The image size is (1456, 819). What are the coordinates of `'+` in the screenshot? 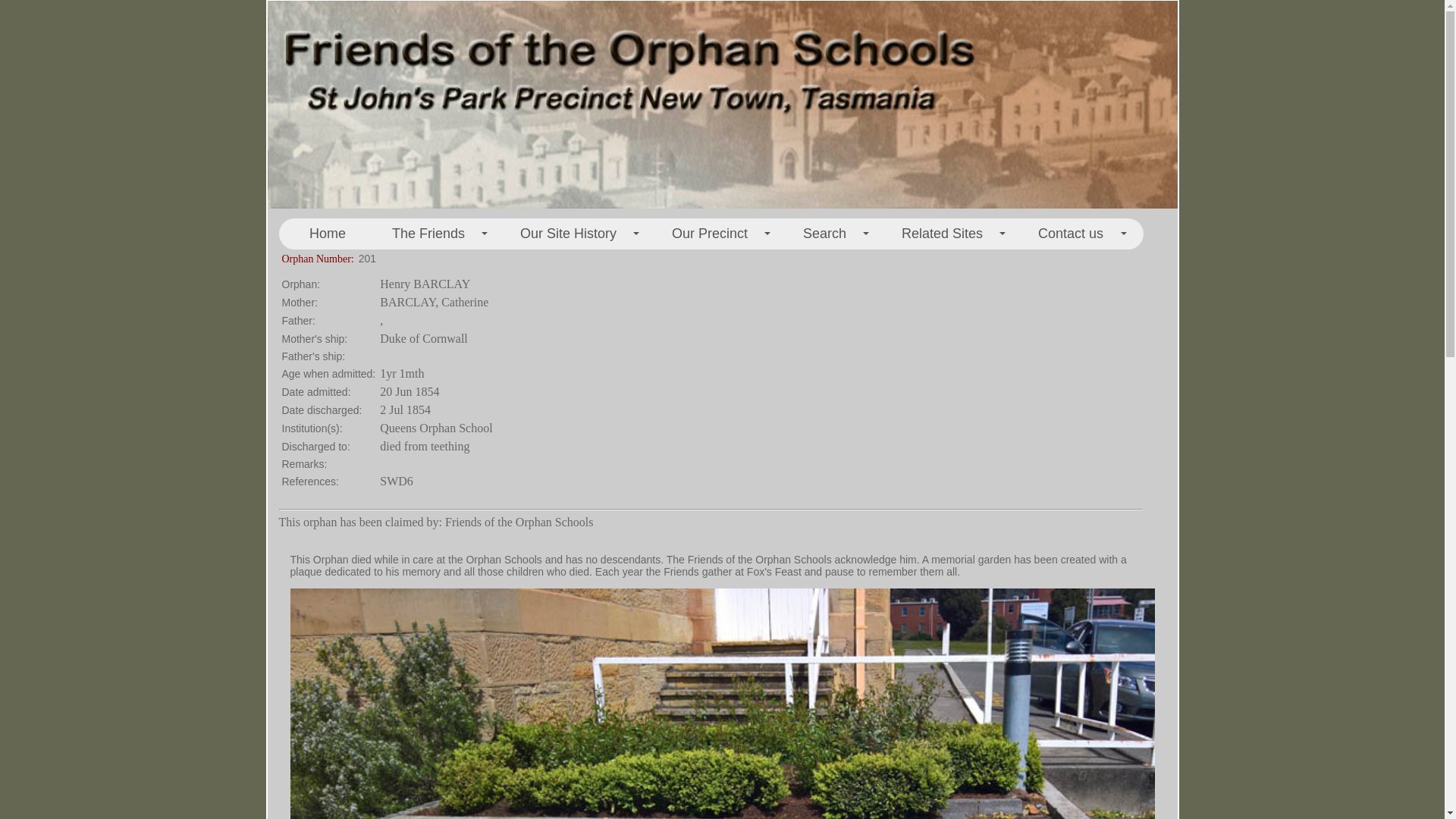 It's located at (713, 234).